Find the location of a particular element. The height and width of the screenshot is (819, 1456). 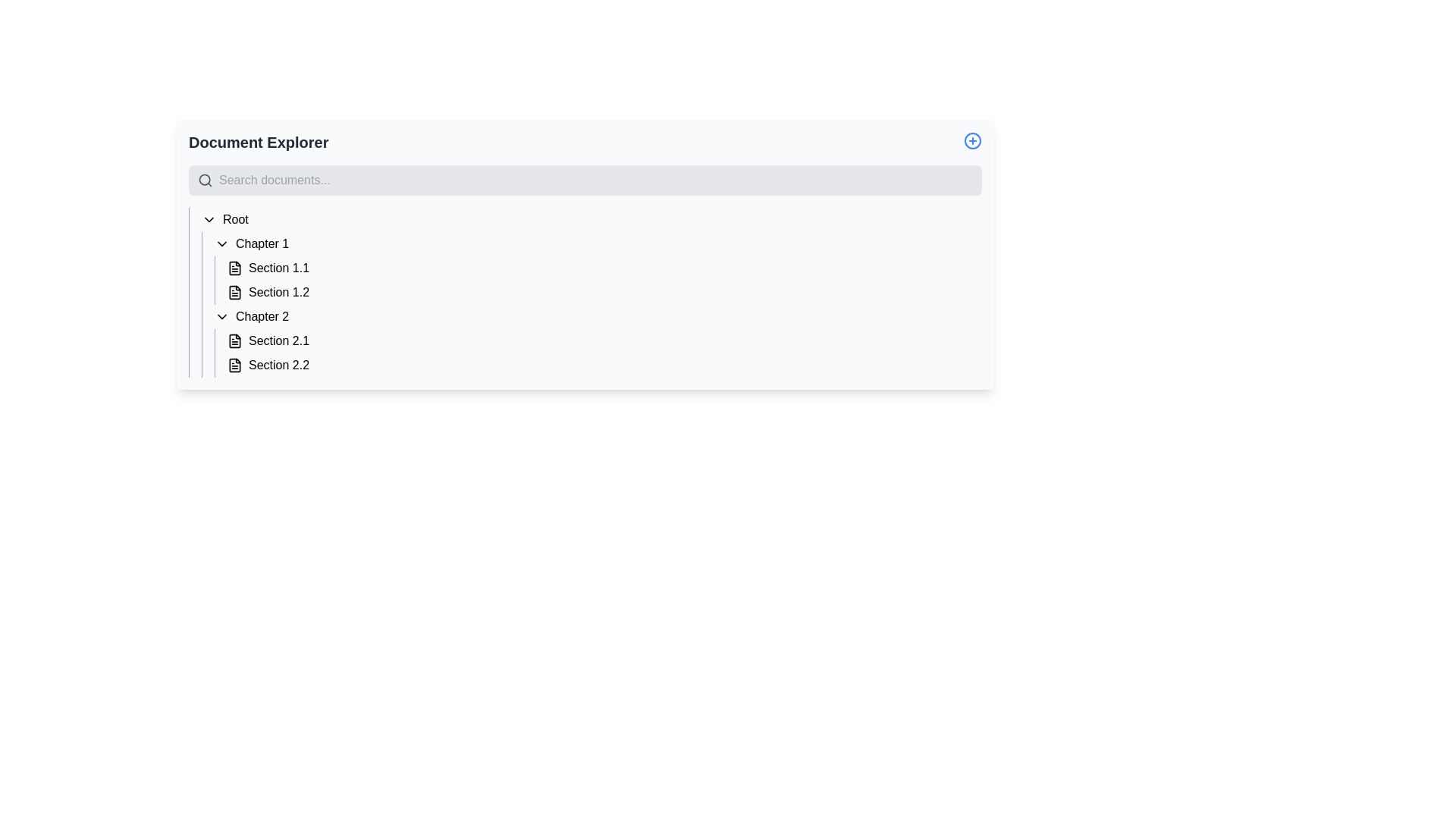

the Text label that serves as a title or identifier for a section or chapter within the document, located beneath Chapter 1 and aligned with other chapter headings is located at coordinates (262, 315).